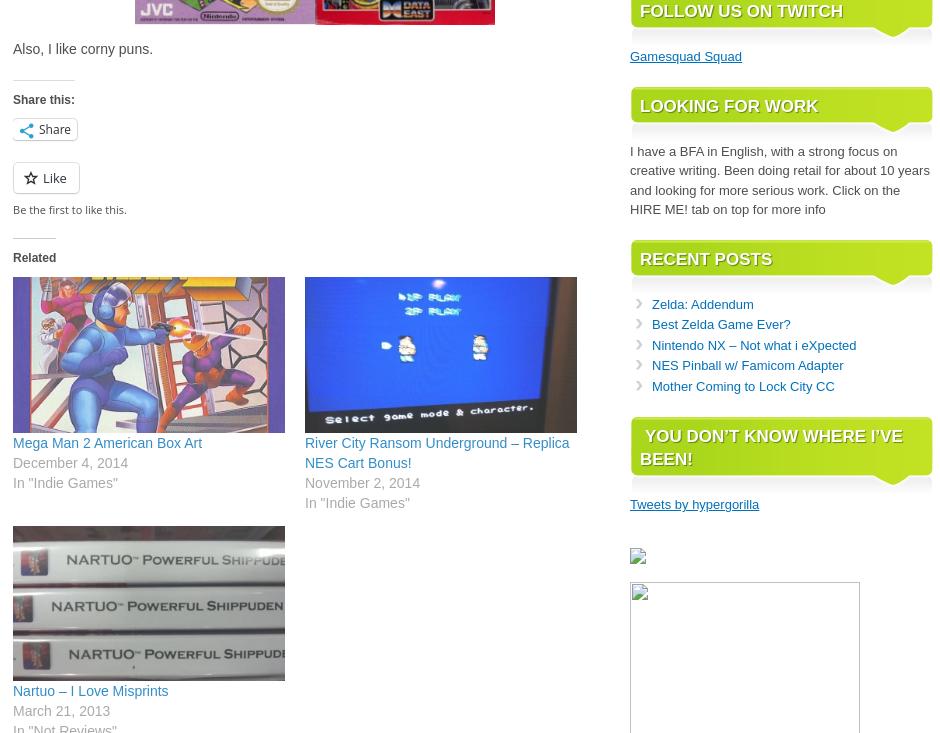  Describe the element at coordinates (701, 302) in the screenshot. I see `'Zelda: Addendum'` at that location.